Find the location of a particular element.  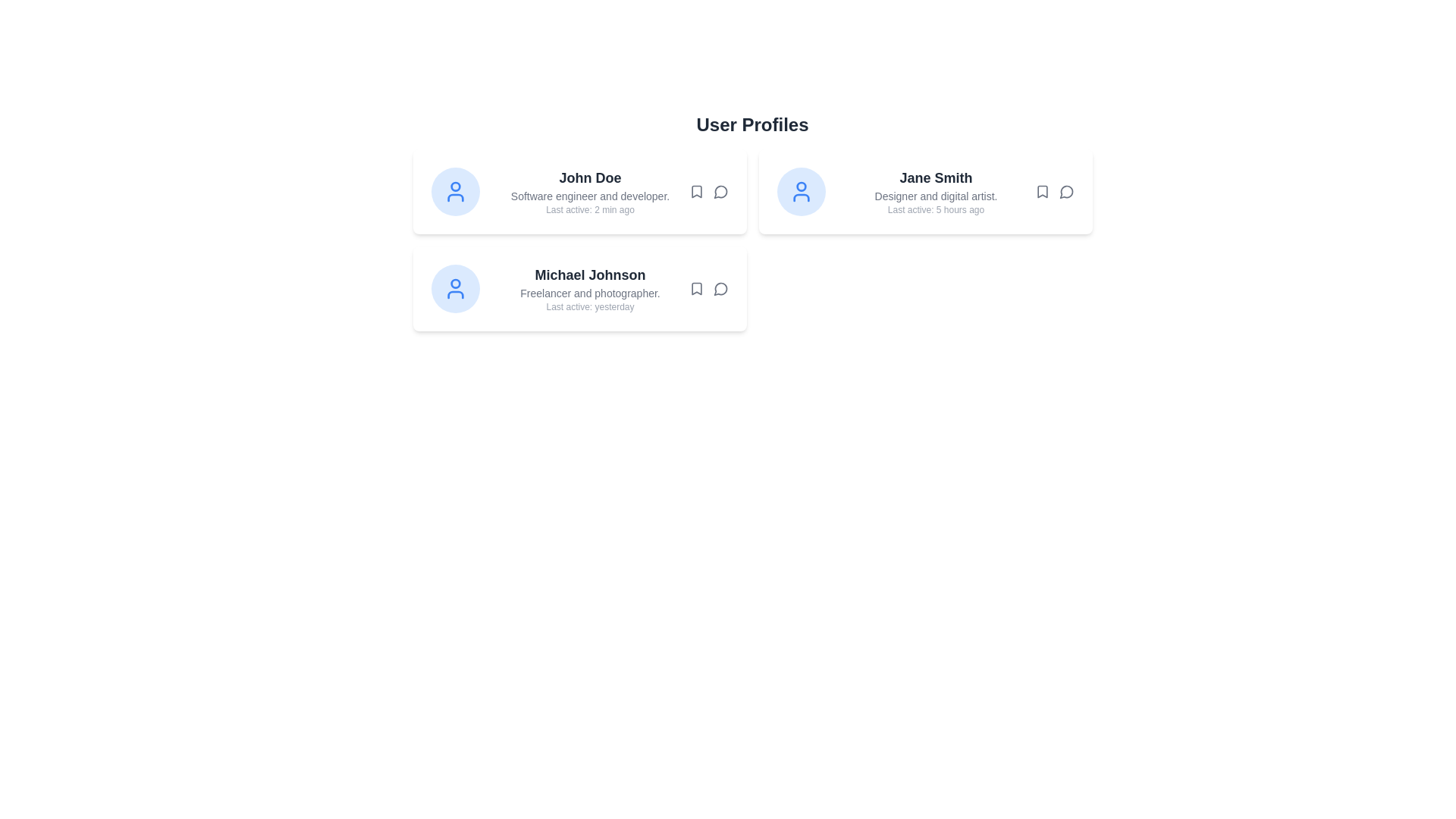

the user profile icon for 'John Doe', which is centrally located within the profile card in the top-left quadrant of the user profile grid is located at coordinates (454, 191).